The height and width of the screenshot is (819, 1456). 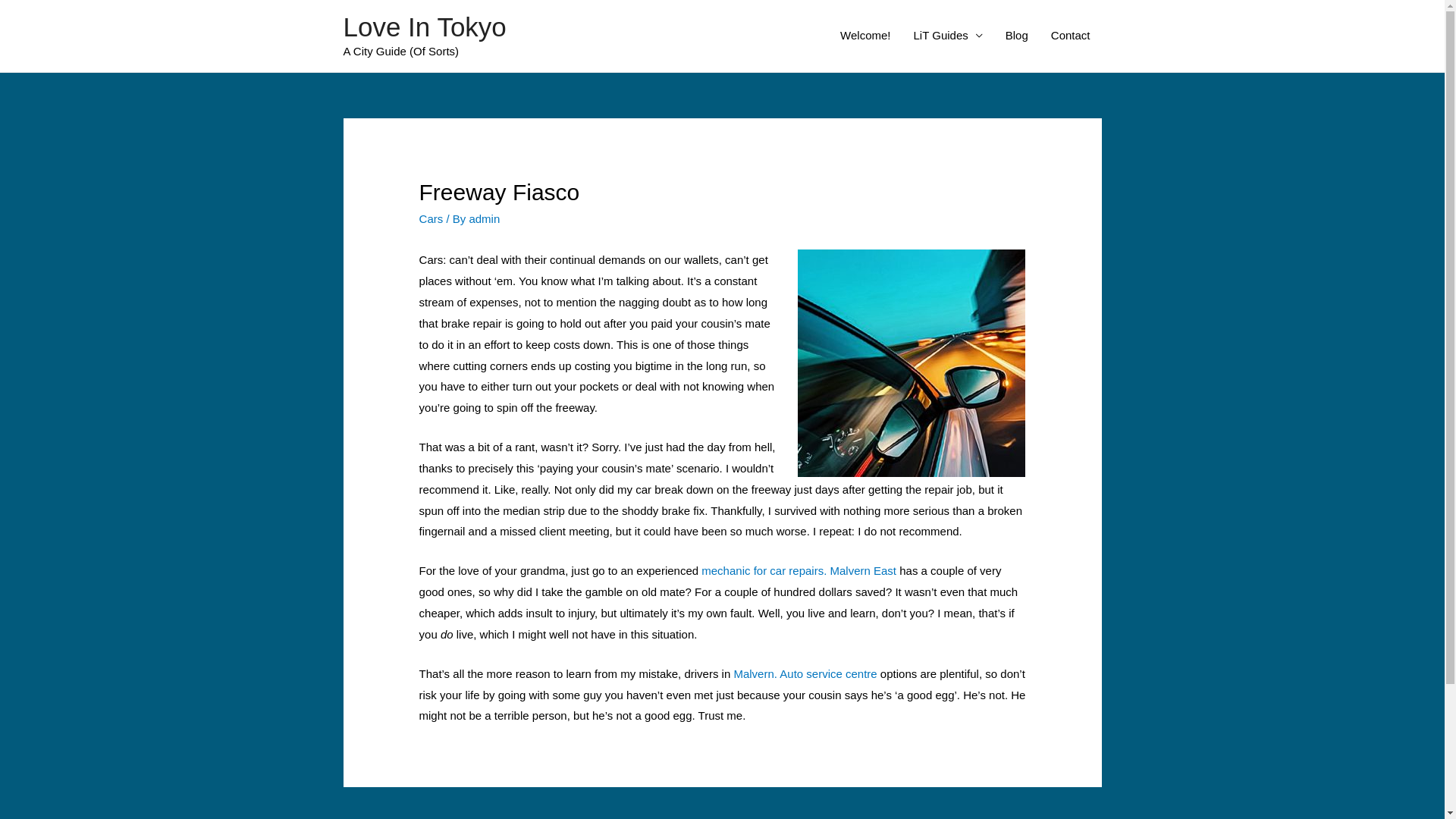 What do you see at coordinates (1069, 34) in the screenshot?
I see `'Contact'` at bounding box center [1069, 34].